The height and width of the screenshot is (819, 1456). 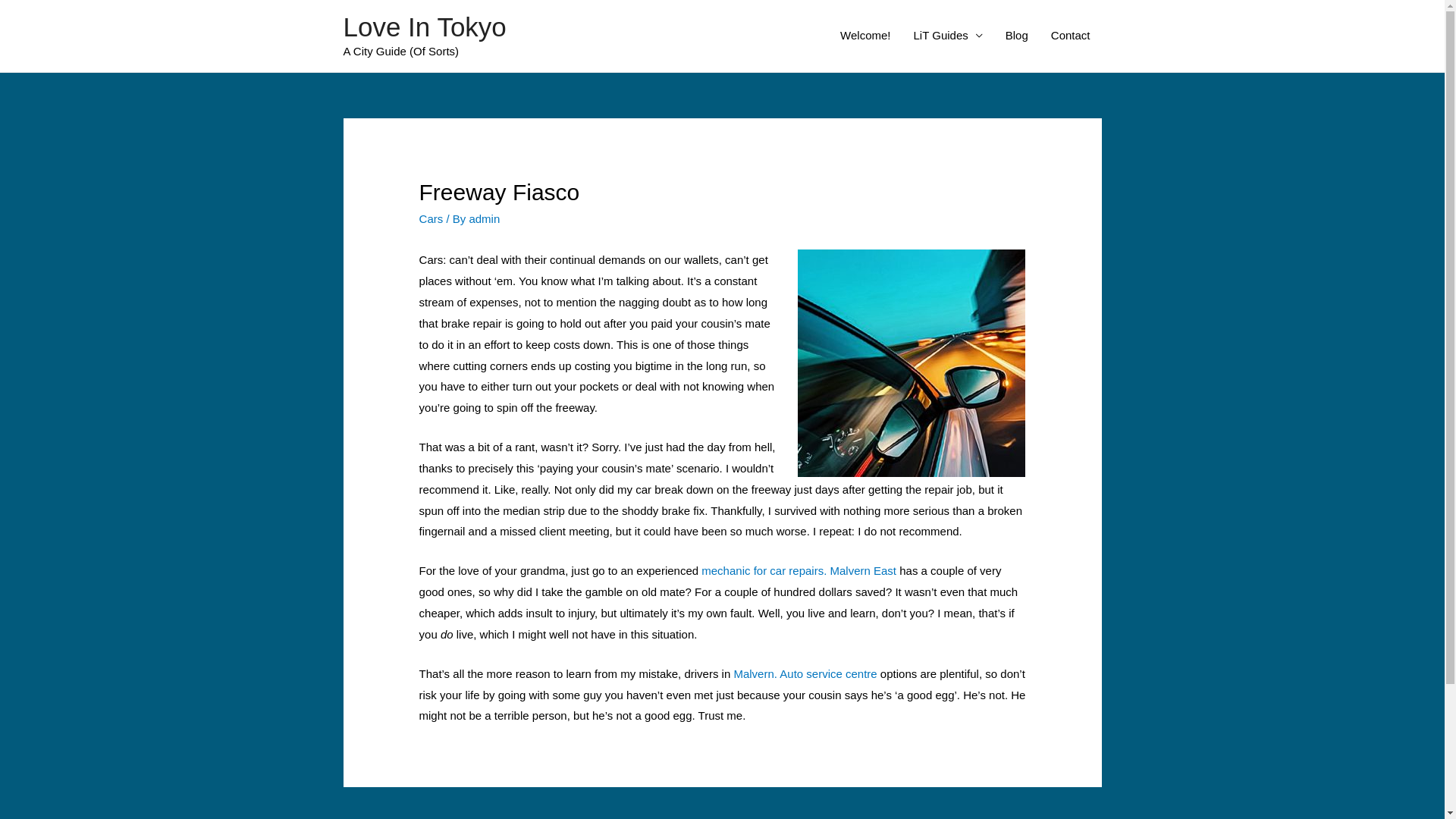 What do you see at coordinates (1069, 34) in the screenshot?
I see `'Contact'` at bounding box center [1069, 34].